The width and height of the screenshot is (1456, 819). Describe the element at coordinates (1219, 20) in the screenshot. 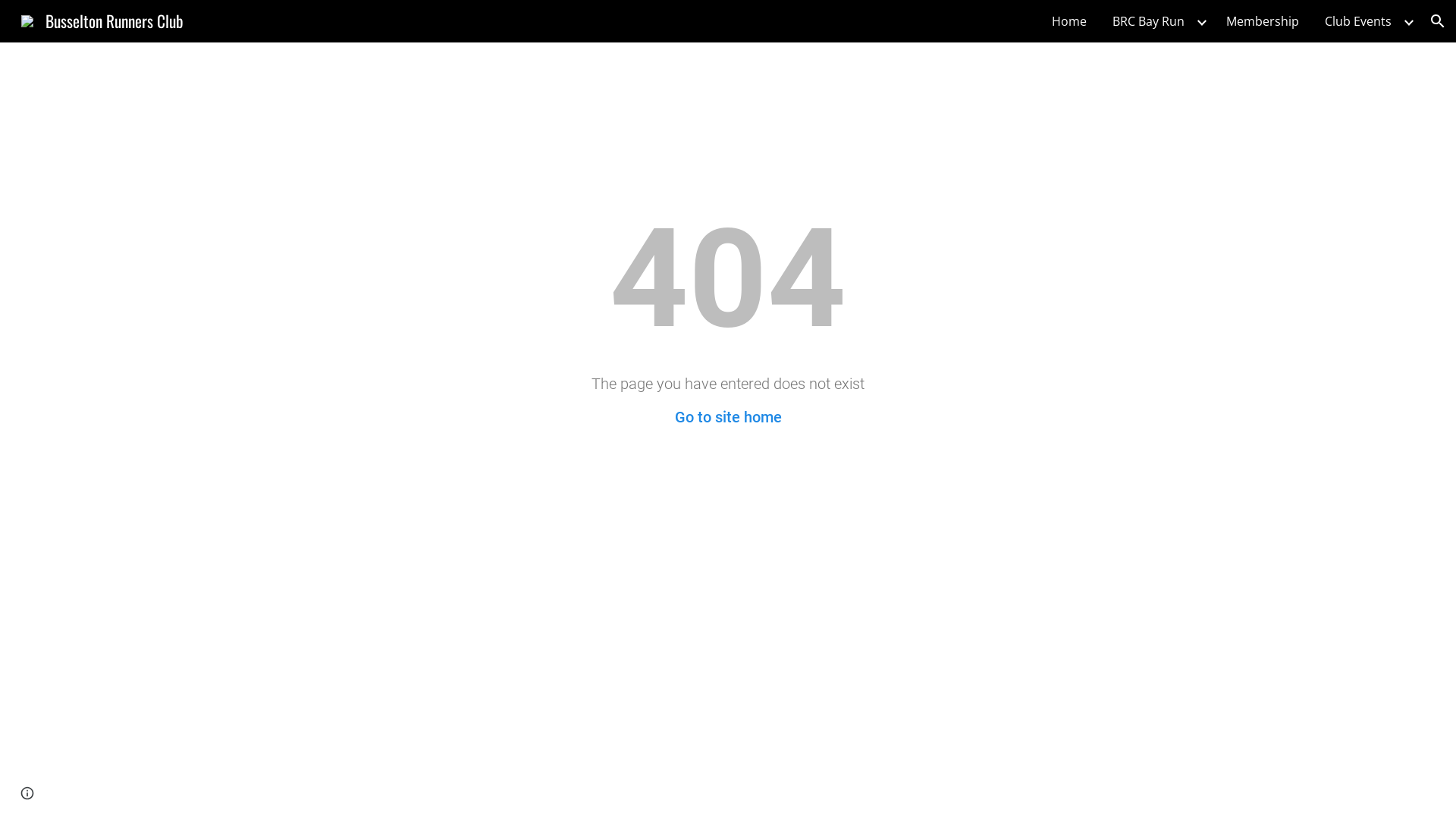

I see `'Membership'` at that location.